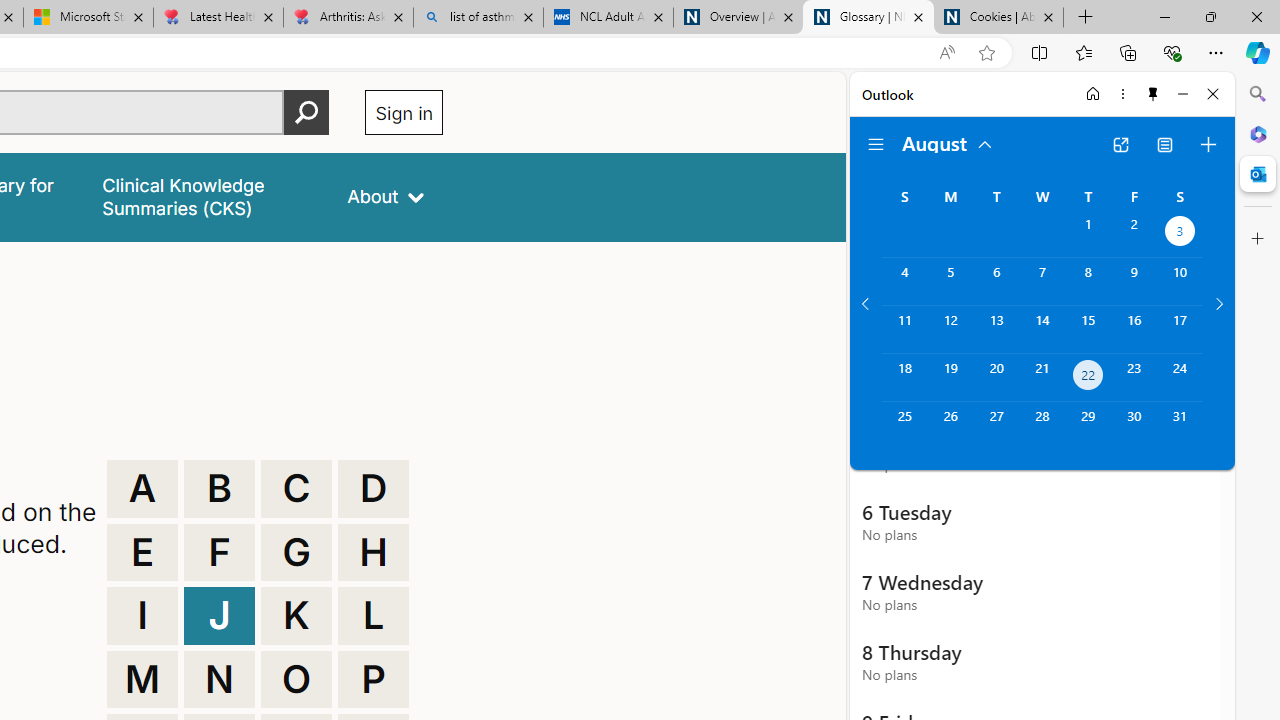  I want to click on 'Friday, August 30, 2024. ', so click(1134, 424).